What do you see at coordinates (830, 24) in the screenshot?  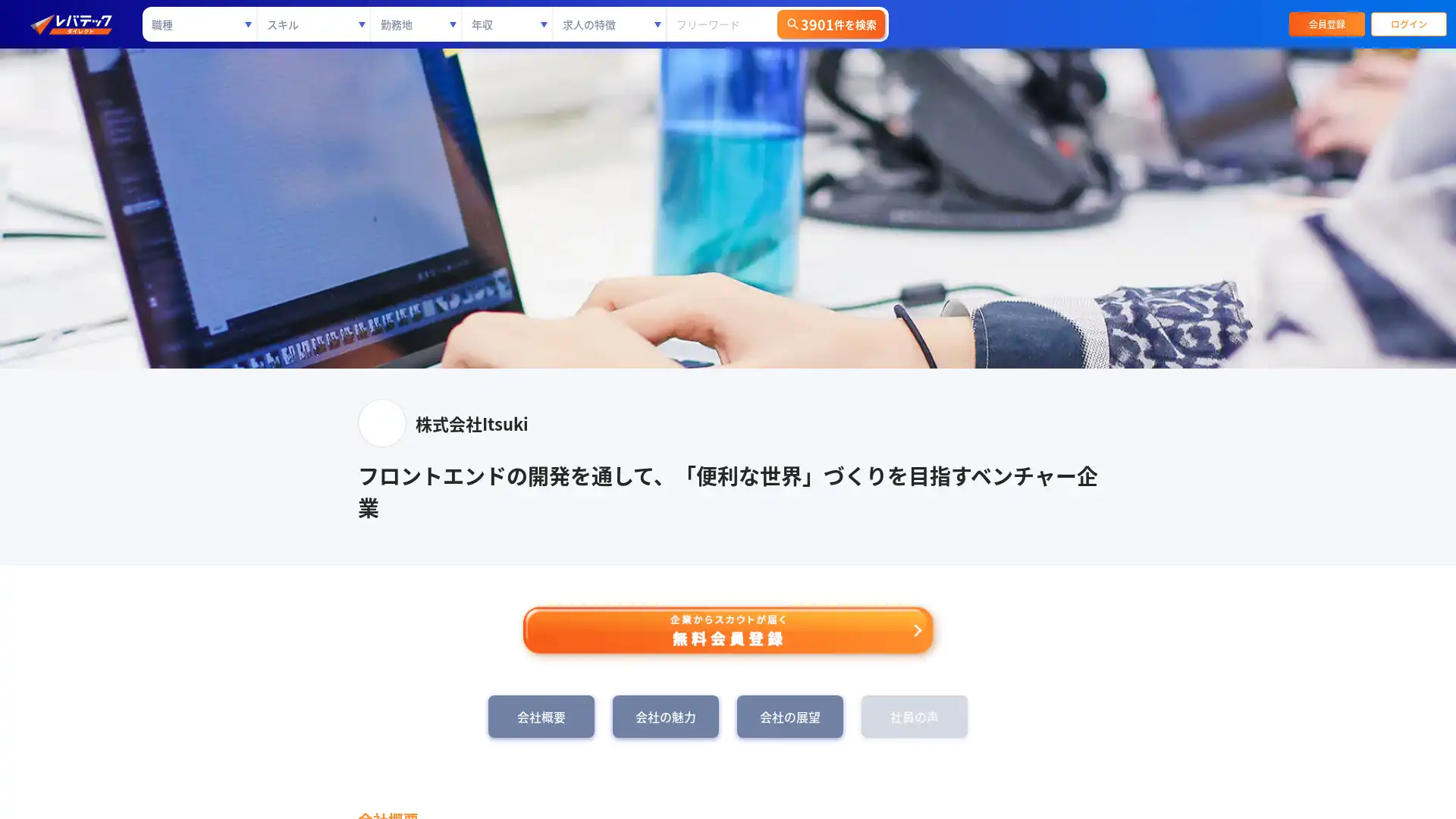 I see `3901` at bounding box center [830, 24].